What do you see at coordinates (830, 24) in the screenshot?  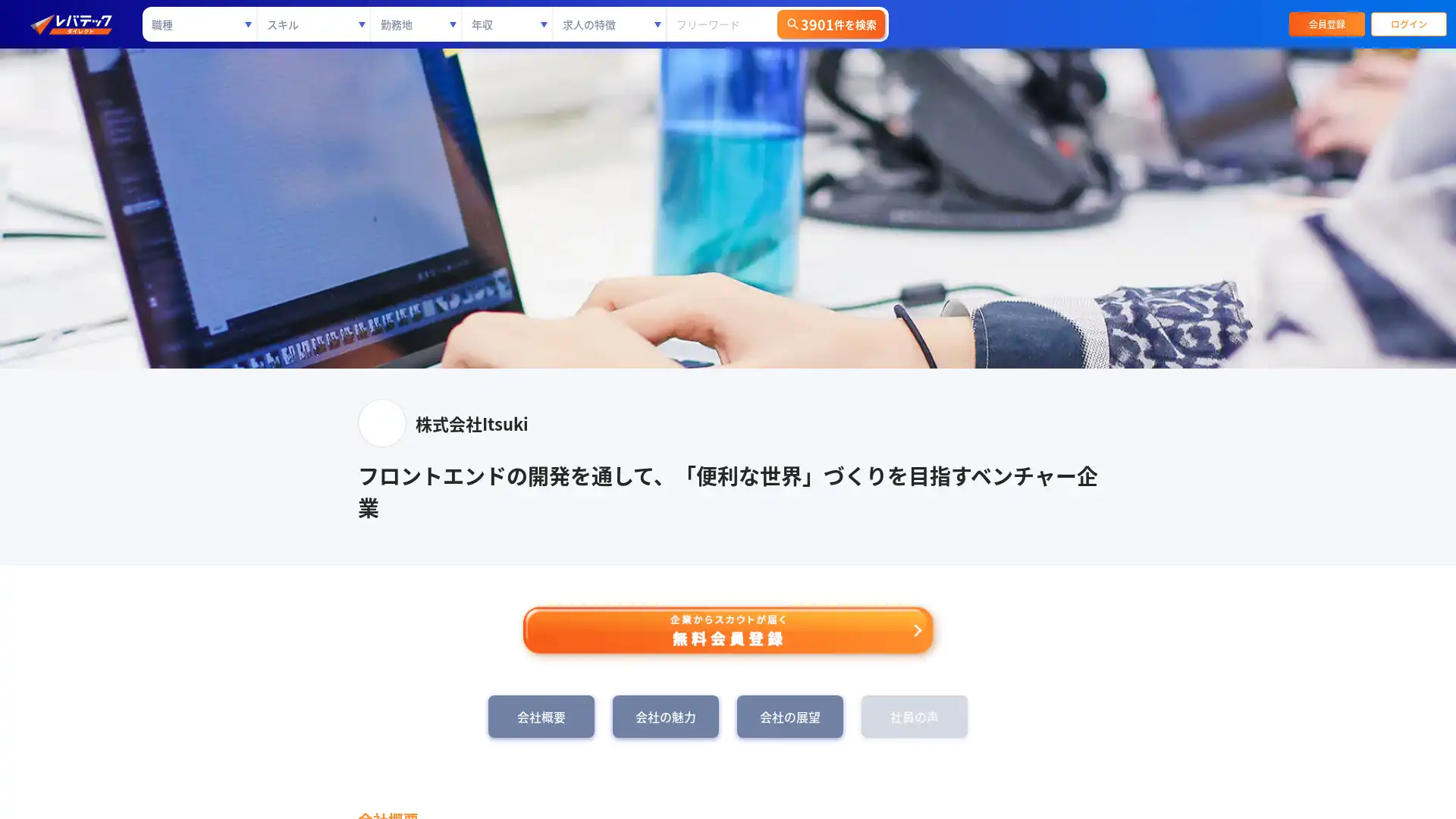 I see `3901` at bounding box center [830, 24].